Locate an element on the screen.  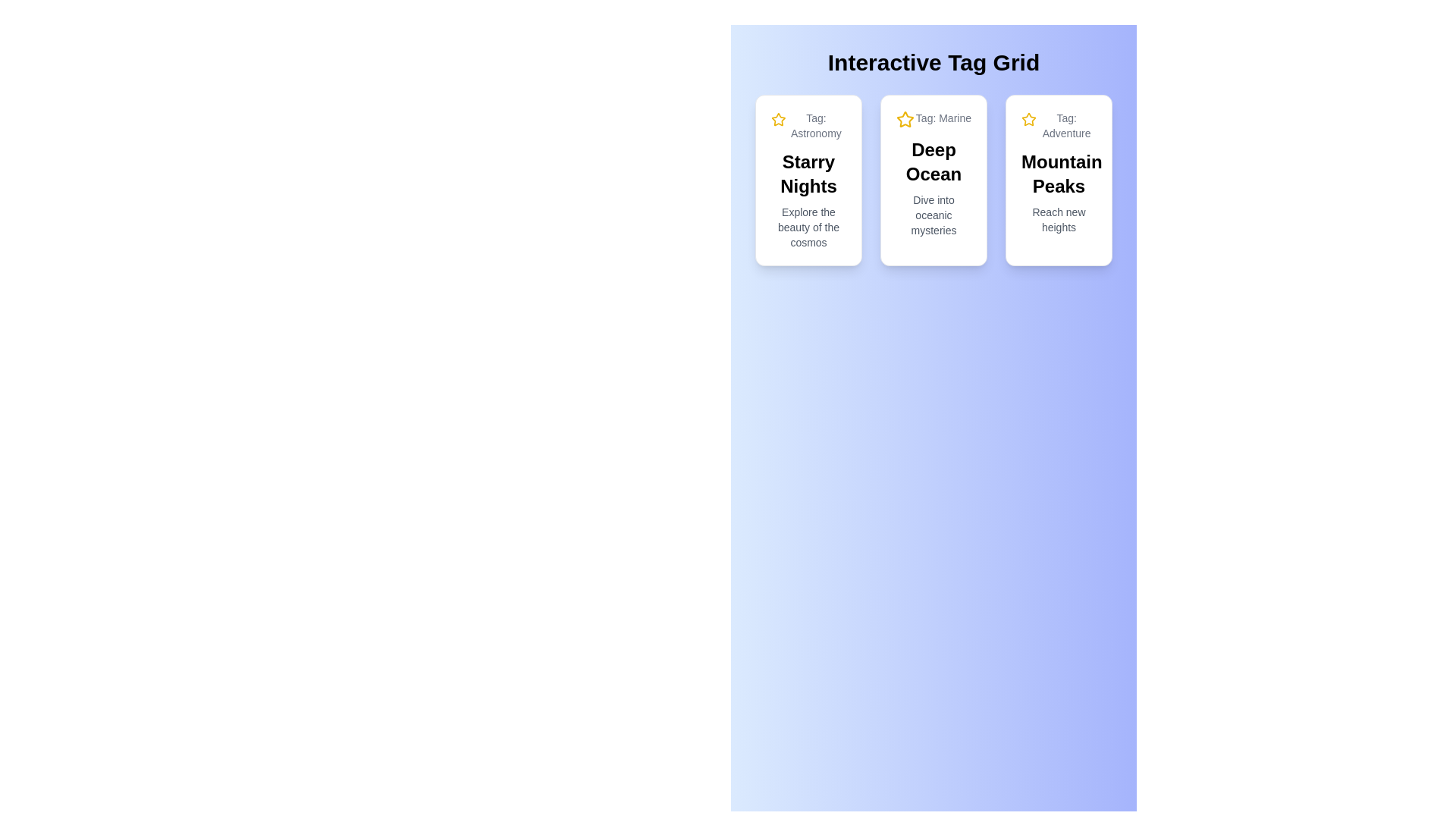
the bold text label 'Deep Ocean' which is centrally located in the 'Tag: Marine' card, positioned below the tag title and above the descriptive subtitle text is located at coordinates (933, 162).